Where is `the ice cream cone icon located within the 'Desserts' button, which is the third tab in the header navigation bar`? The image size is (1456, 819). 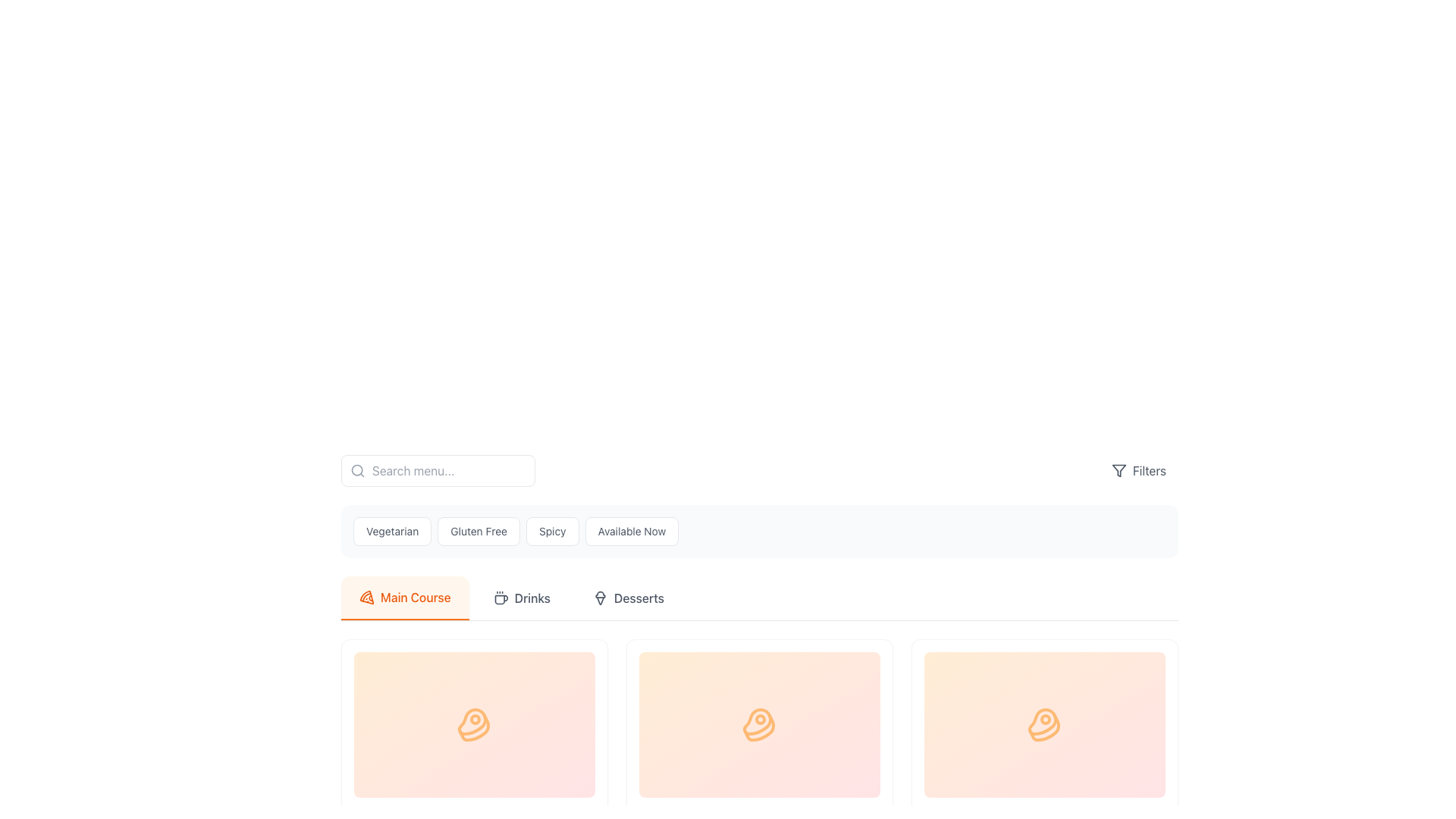 the ice cream cone icon located within the 'Desserts' button, which is the third tab in the header navigation bar is located at coordinates (600, 598).